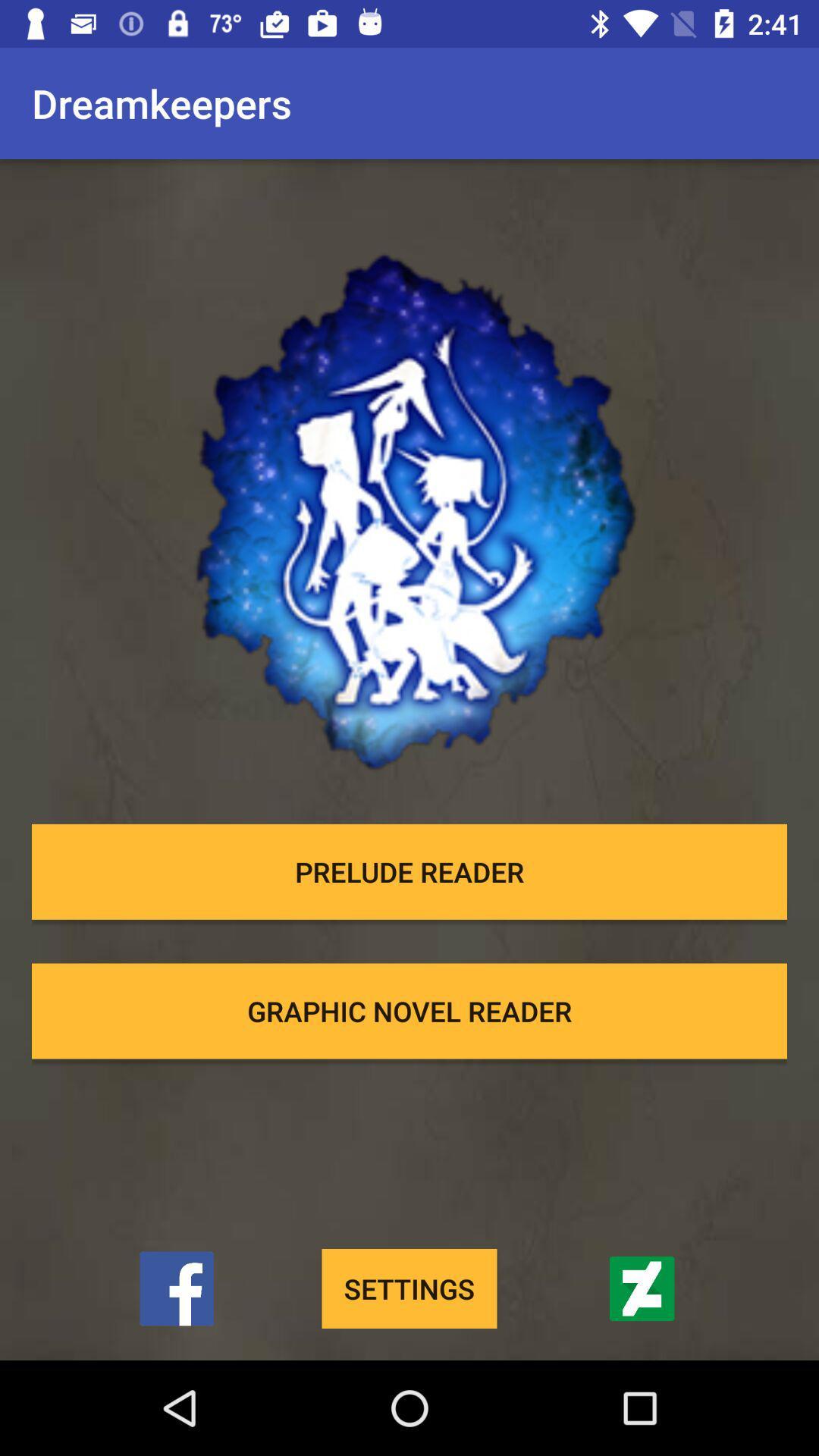  What do you see at coordinates (409, 489) in the screenshot?
I see `item below the dreamkeepers` at bounding box center [409, 489].